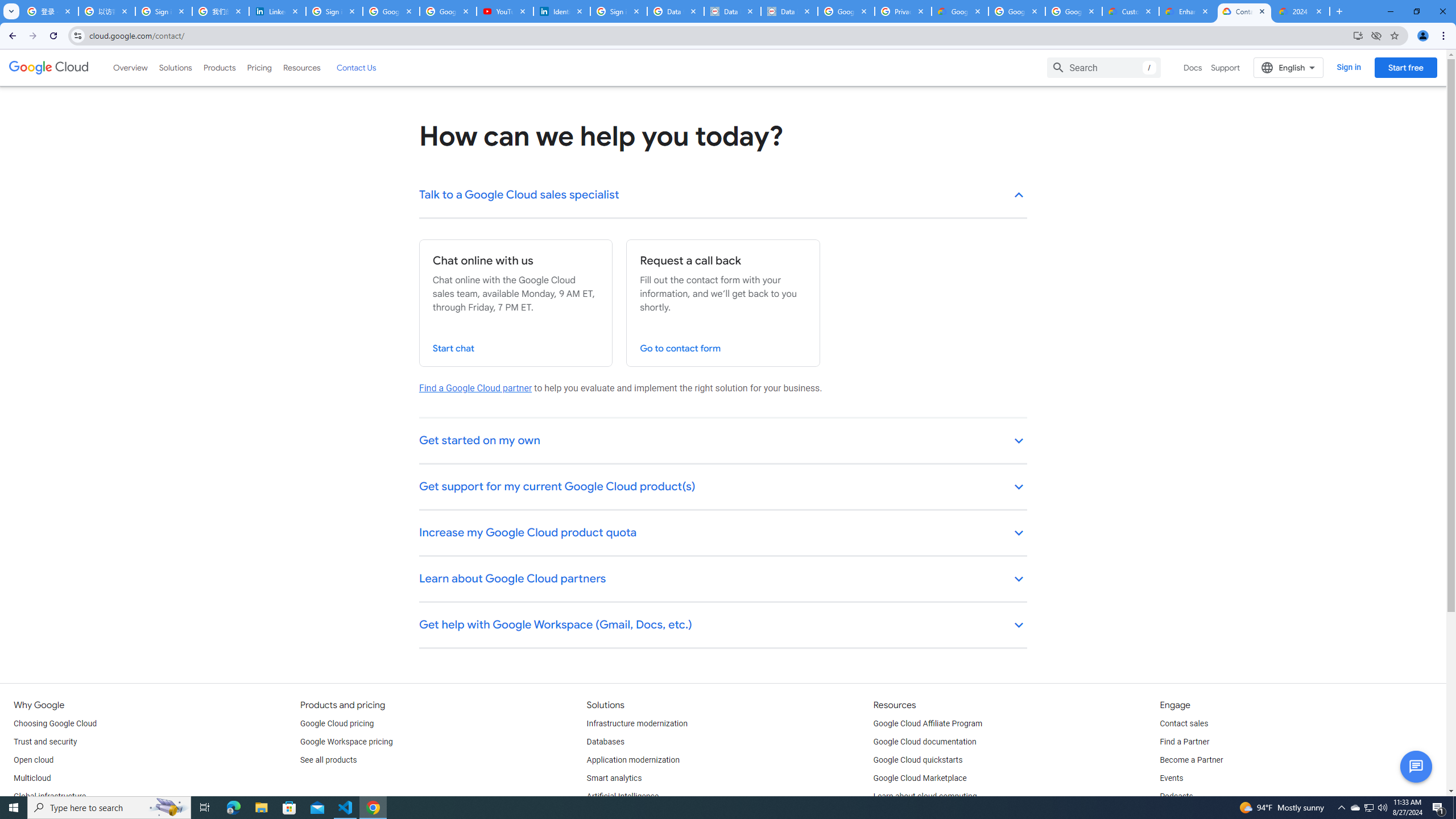 This screenshot has width=1456, height=819. I want to click on 'Events', so click(1170, 778).